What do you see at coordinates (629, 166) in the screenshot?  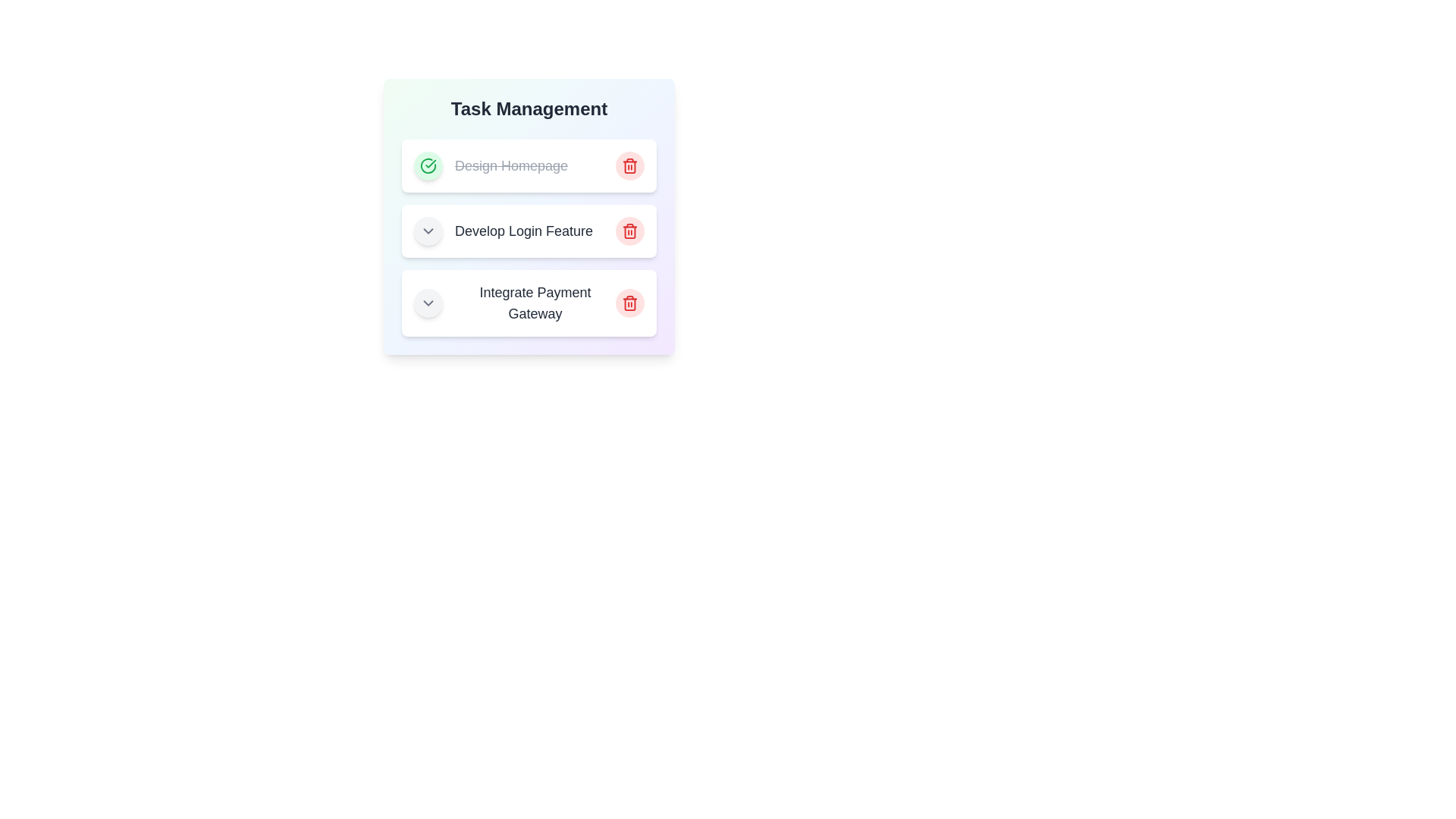 I see `the delete button for the task 'Design Homepage'` at bounding box center [629, 166].